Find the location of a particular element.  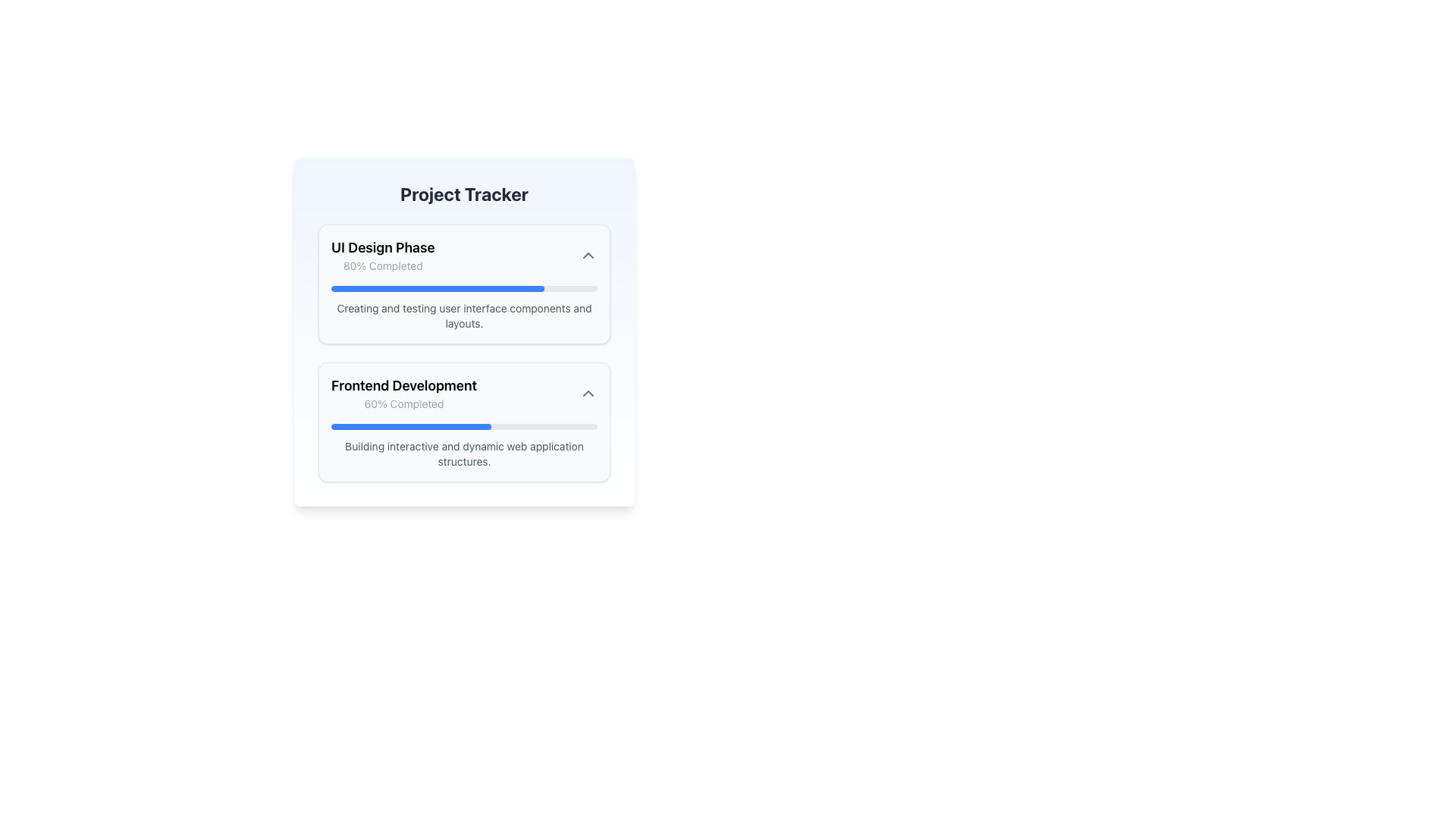

text displayed in the UI Design Phase section, which shows 'UI Design Phase' in bold and '80% Completed' in smaller gray text is located at coordinates (383, 254).